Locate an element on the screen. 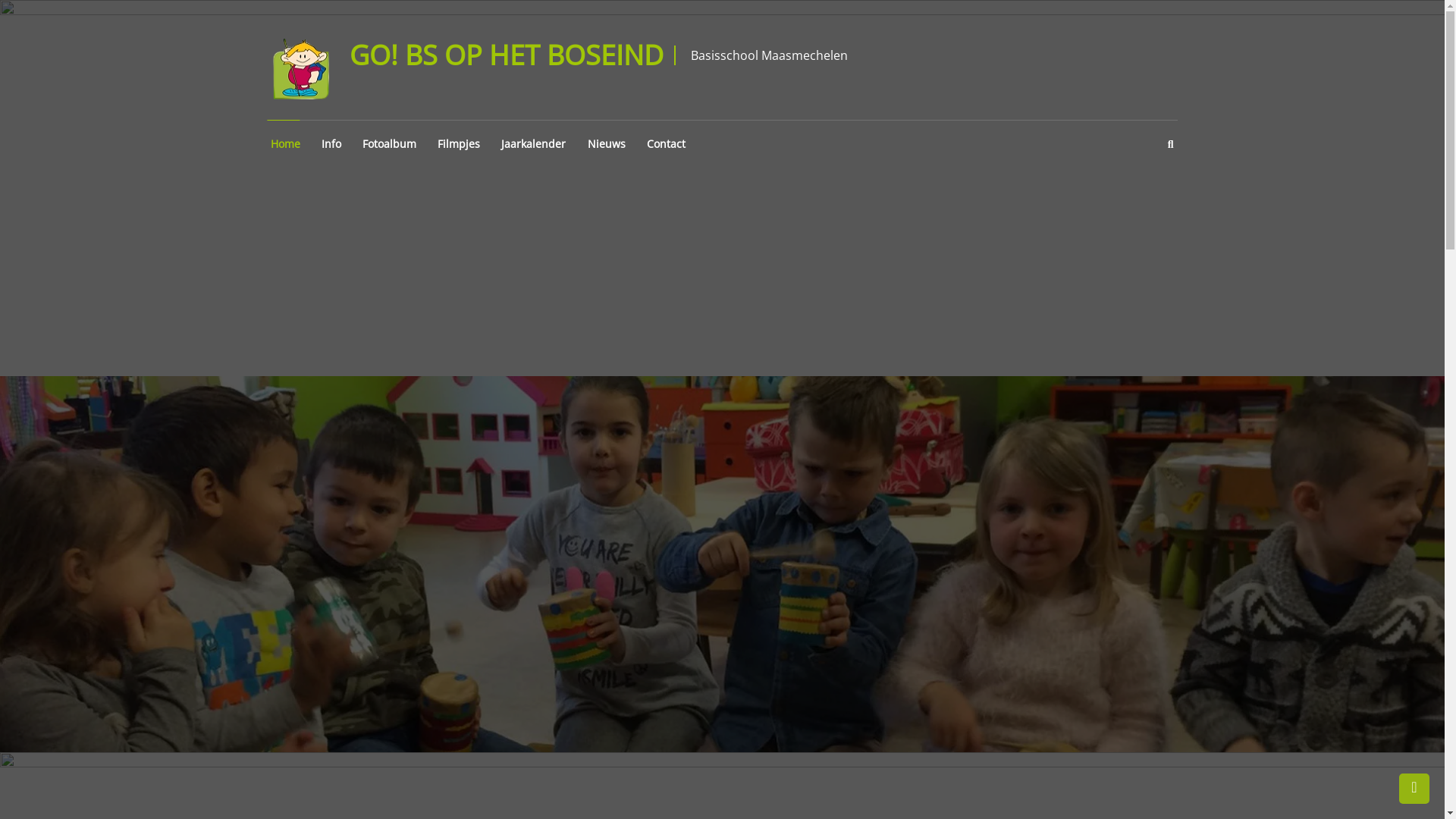 The image size is (1456, 819). 'Home' is located at coordinates (283, 143).